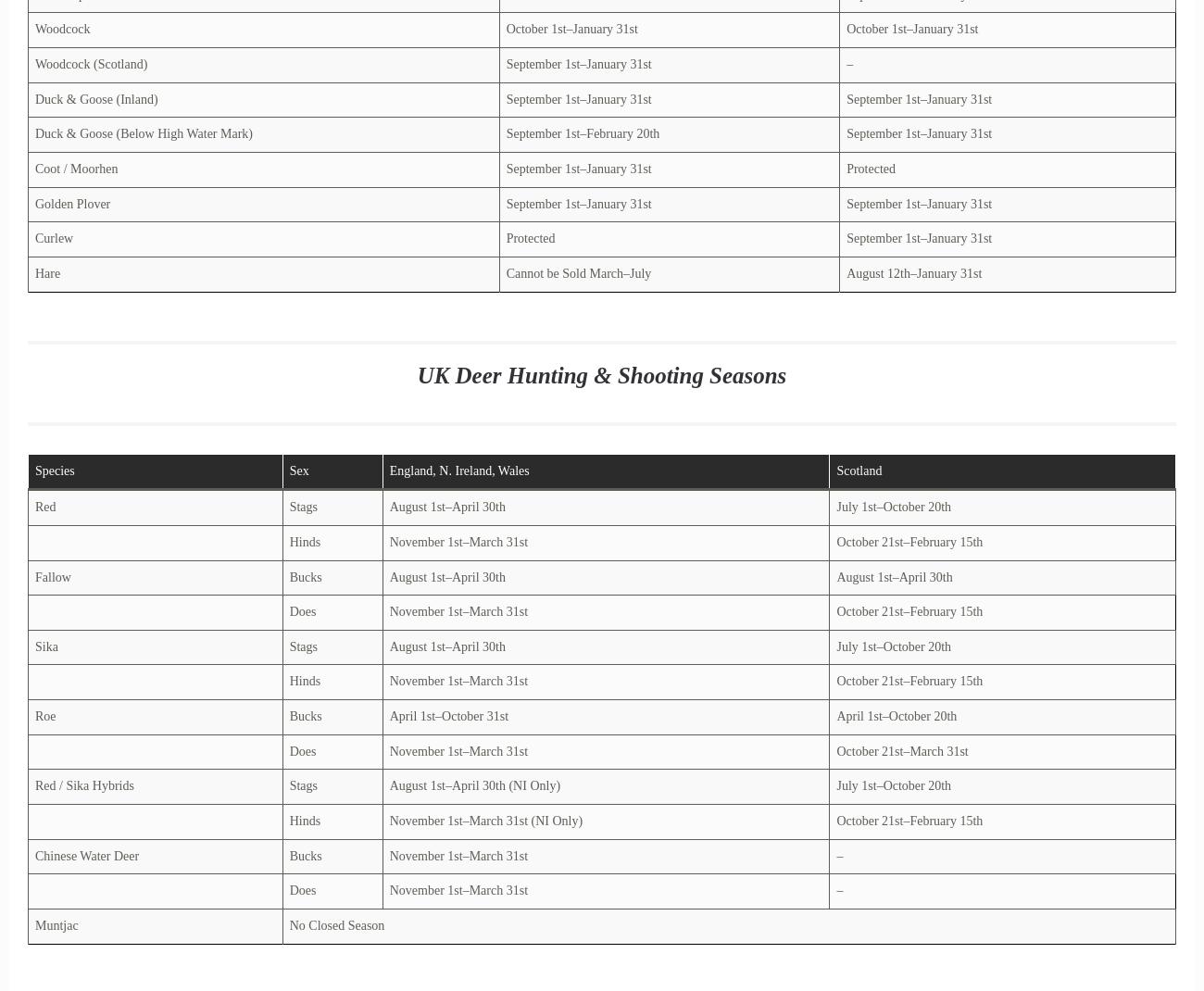  What do you see at coordinates (458, 470) in the screenshot?
I see `'England, N. Ireland, Wales'` at bounding box center [458, 470].